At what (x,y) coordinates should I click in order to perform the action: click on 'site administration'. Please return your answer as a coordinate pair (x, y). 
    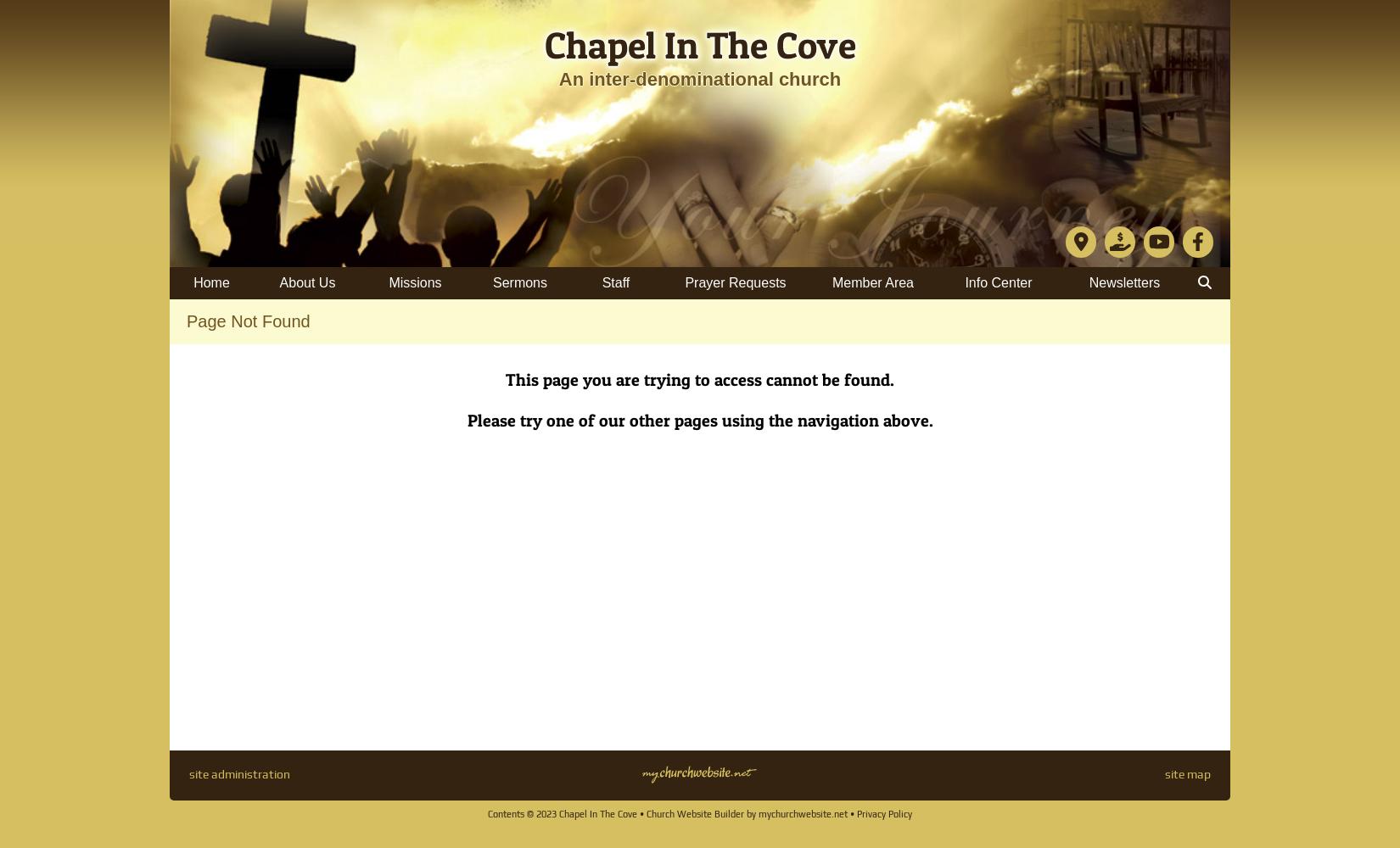
    Looking at the image, I should click on (239, 774).